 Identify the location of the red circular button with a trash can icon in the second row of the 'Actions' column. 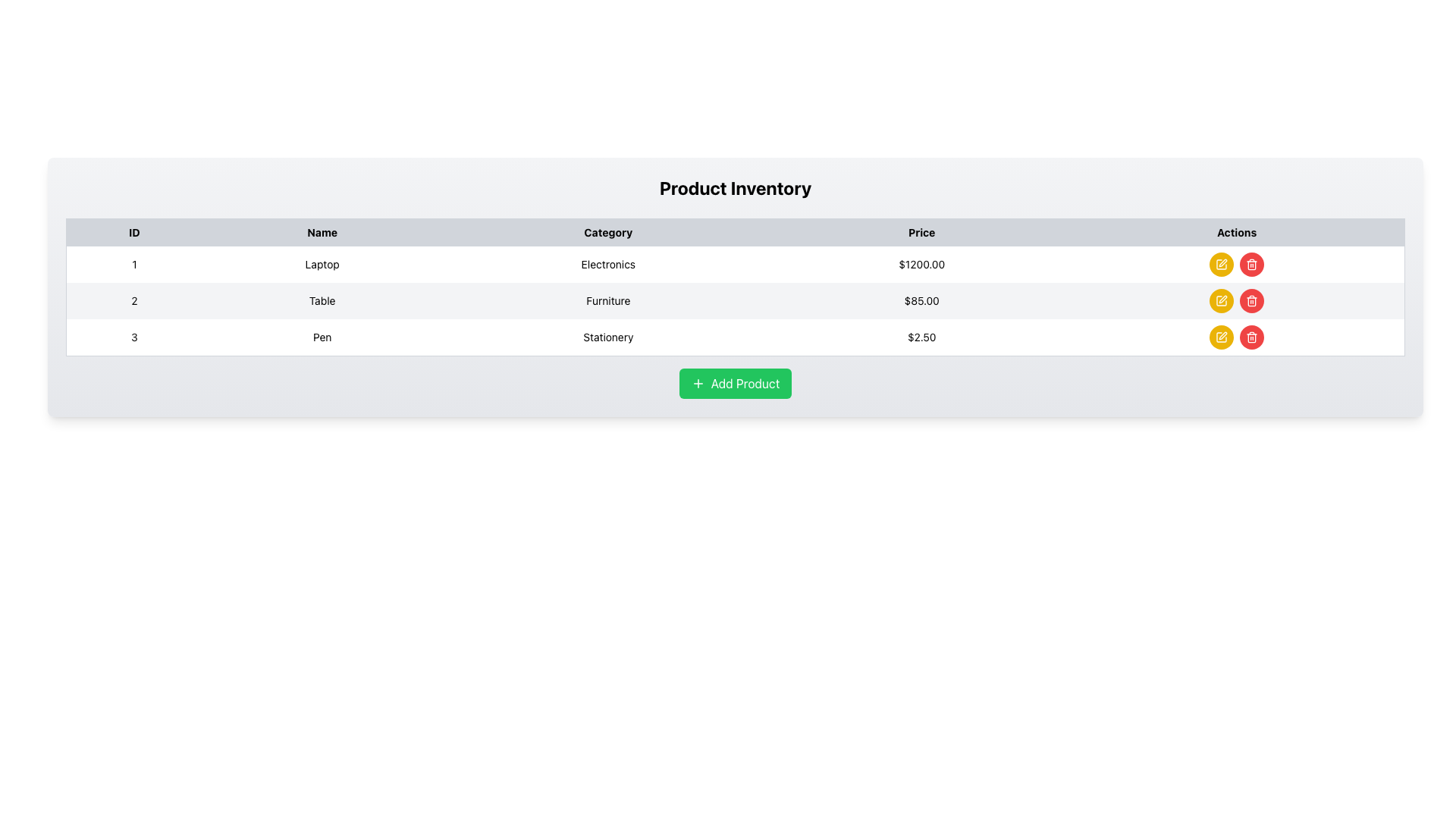
(1252, 301).